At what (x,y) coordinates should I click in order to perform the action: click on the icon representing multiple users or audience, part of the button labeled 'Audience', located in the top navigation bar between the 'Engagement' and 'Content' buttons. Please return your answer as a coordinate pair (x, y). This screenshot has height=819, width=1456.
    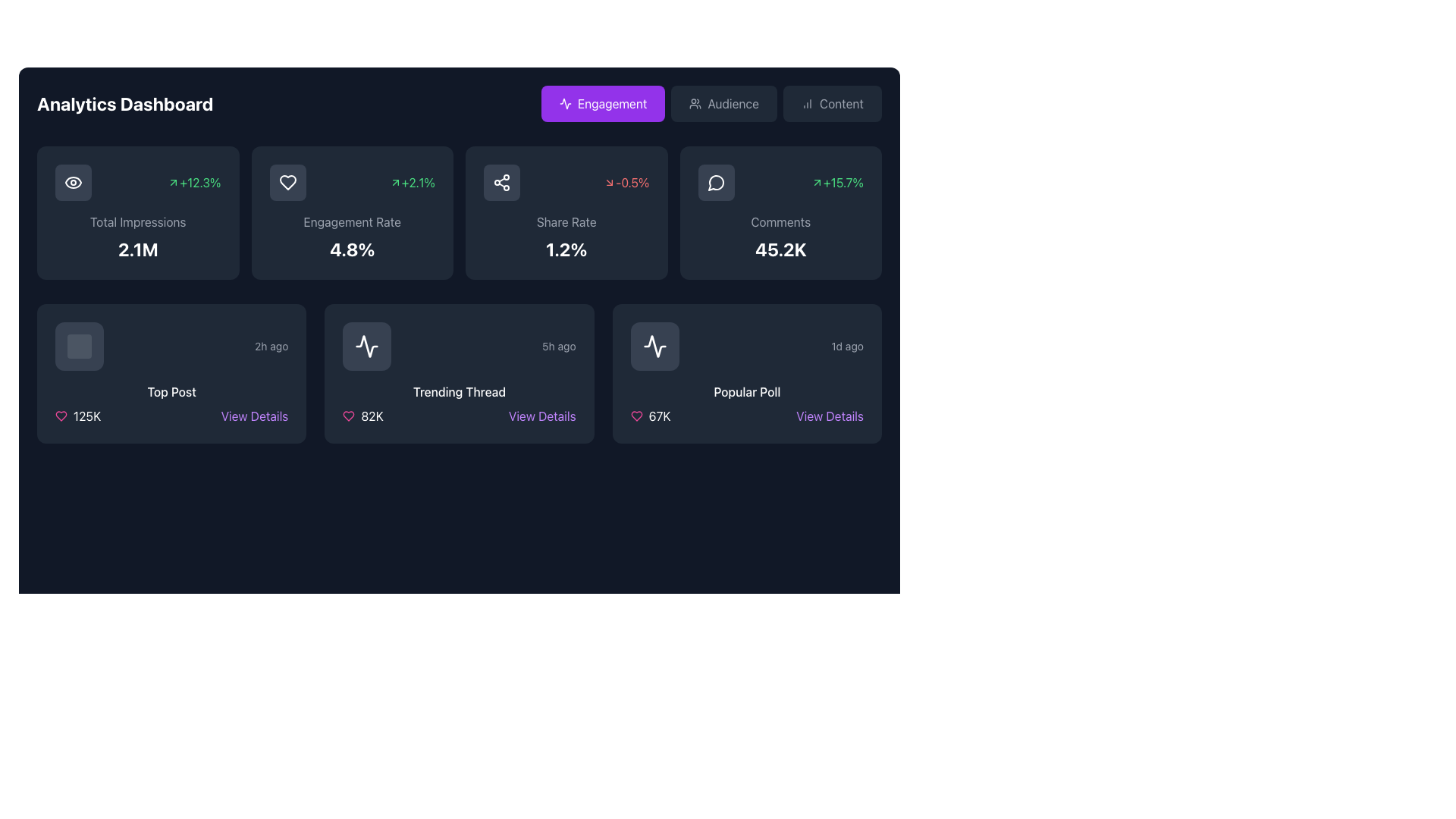
    Looking at the image, I should click on (695, 103).